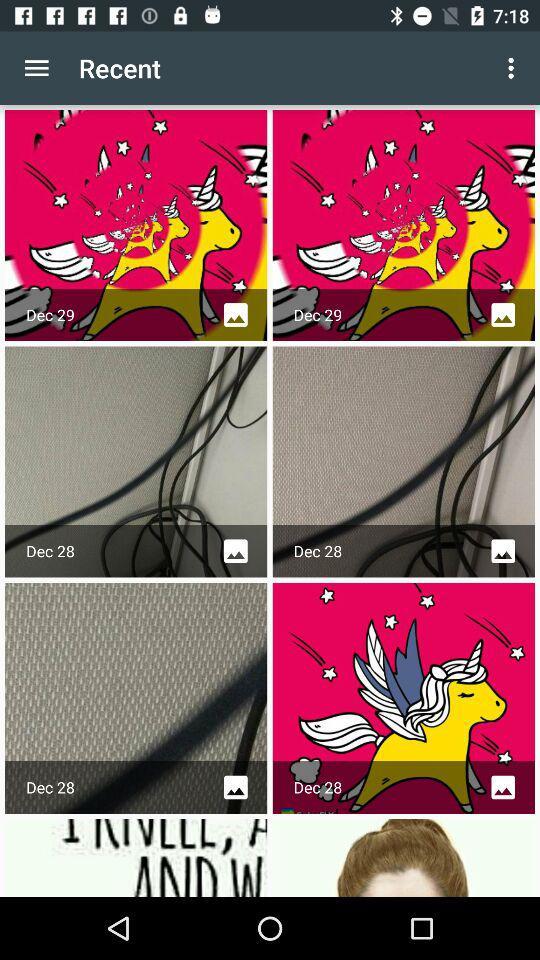 The width and height of the screenshot is (540, 960). Describe the element at coordinates (36, 68) in the screenshot. I see `the app next to recent item` at that location.